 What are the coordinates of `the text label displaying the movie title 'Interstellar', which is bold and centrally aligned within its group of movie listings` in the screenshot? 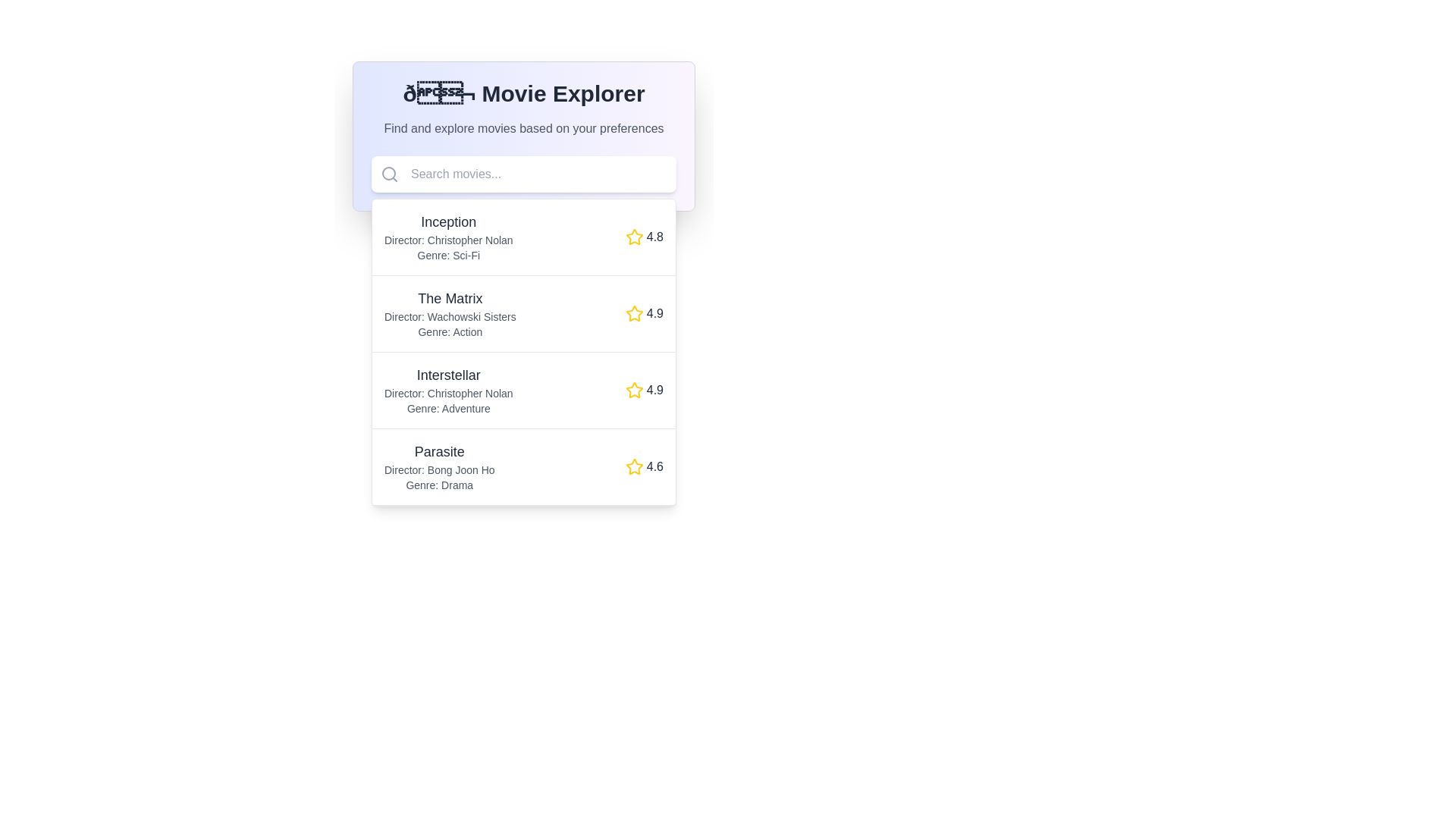 It's located at (447, 375).